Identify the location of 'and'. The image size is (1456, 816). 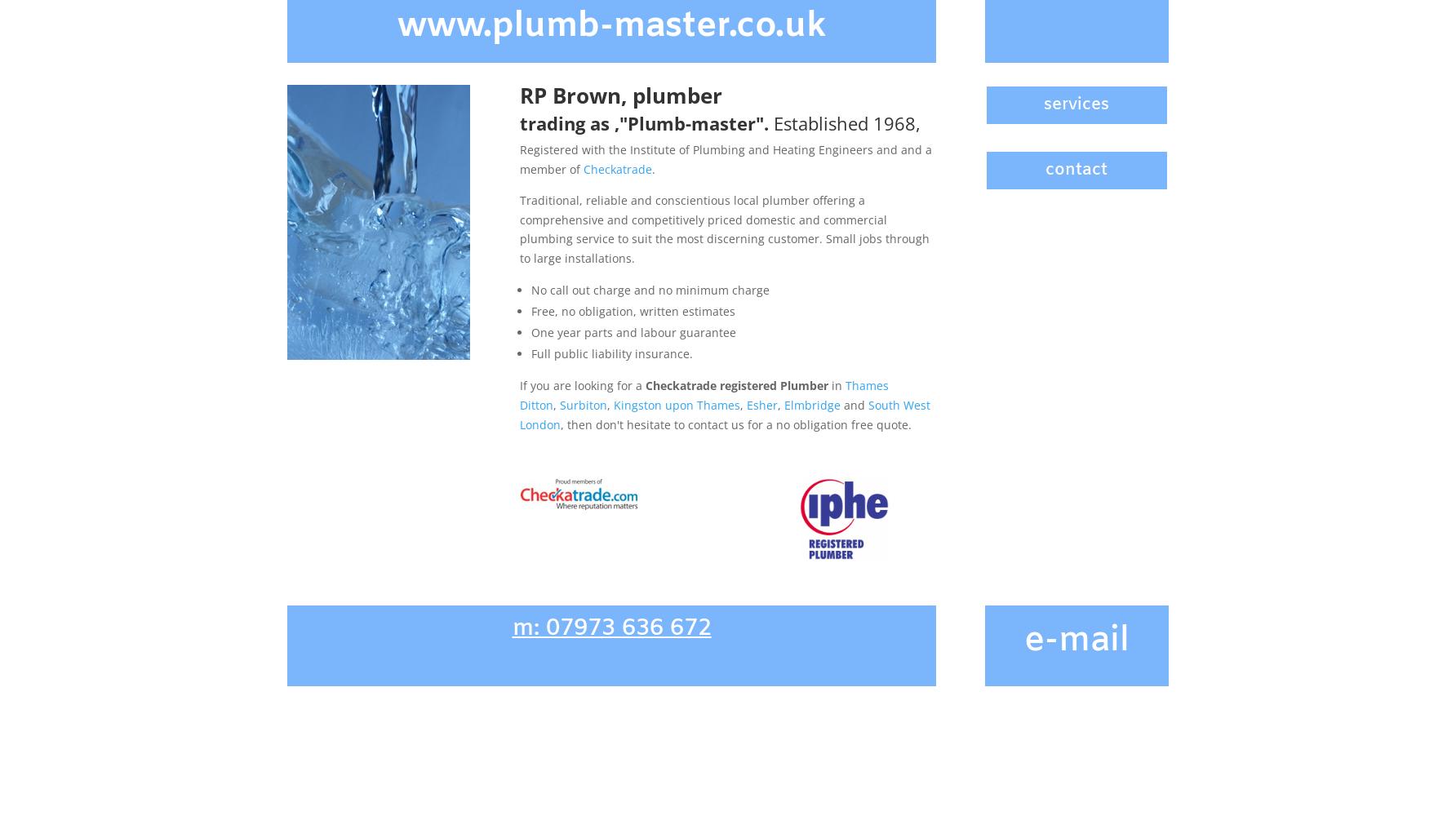
(852, 403).